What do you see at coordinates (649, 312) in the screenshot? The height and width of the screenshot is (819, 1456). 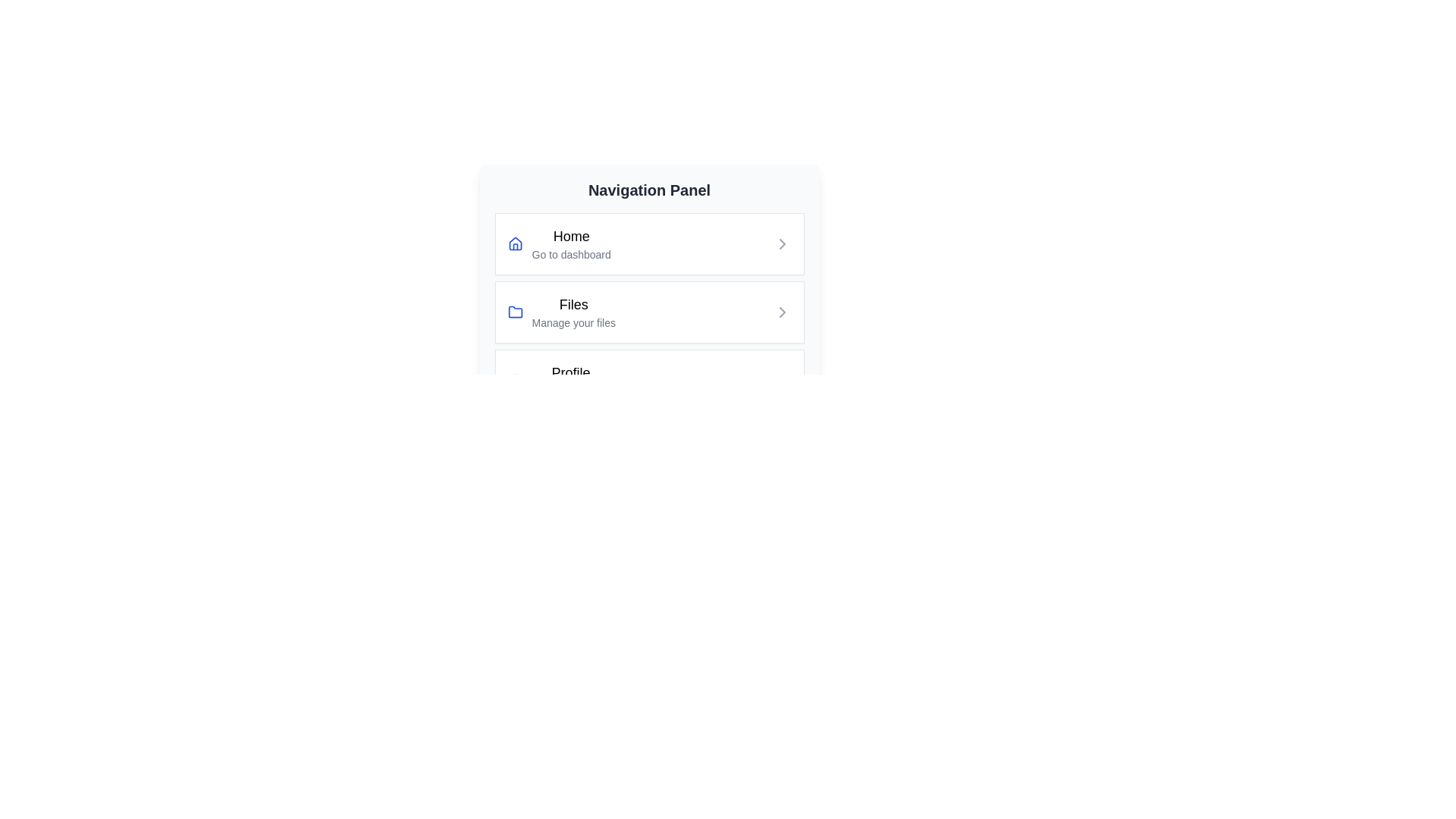 I see `the second navigation button that allows access to file management functionalities, located below the 'Home' entry and above the 'Profile' option` at bounding box center [649, 312].